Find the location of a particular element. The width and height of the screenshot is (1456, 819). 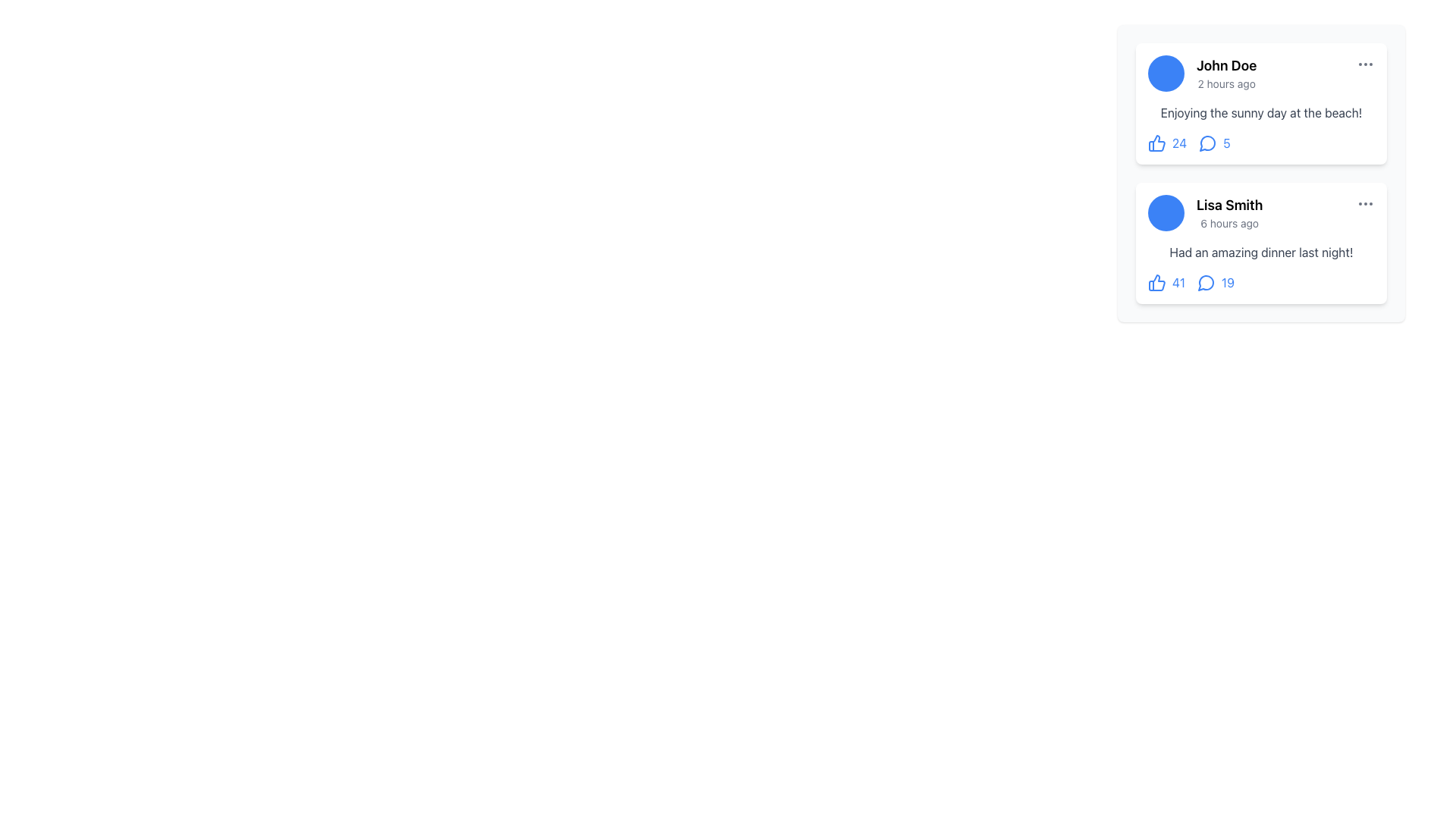

the user profile icon for 'Lisa Smith' in the User Information Header of the second post from the top is located at coordinates (1204, 213).